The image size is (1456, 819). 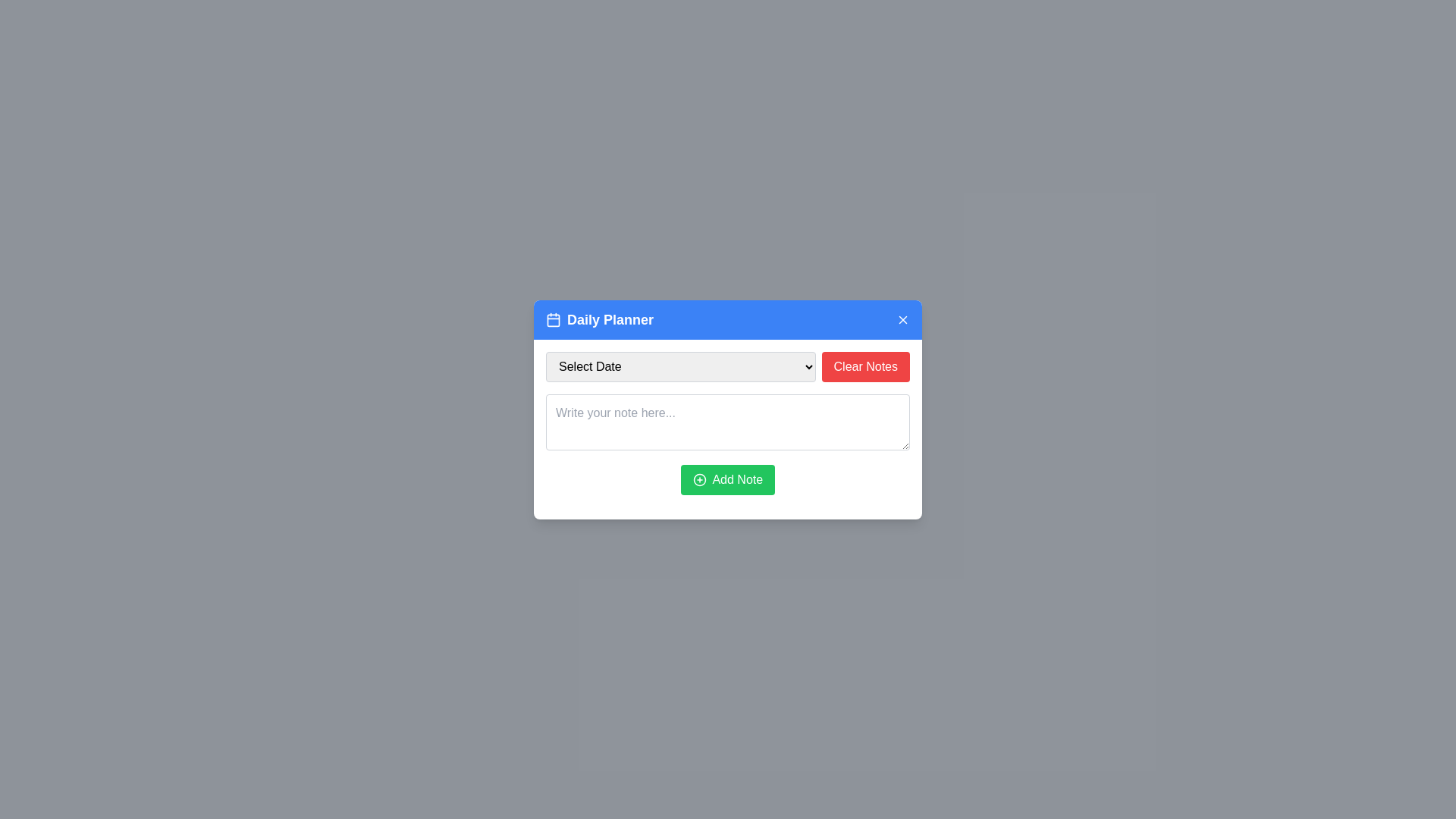 What do you see at coordinates (679, 366) in the screenshot?
I see `a date from the dropdown menu labeled 'Select Date' which has a light gray background and a downward-pointing arrow on the right` at bounding box center [679, 366].